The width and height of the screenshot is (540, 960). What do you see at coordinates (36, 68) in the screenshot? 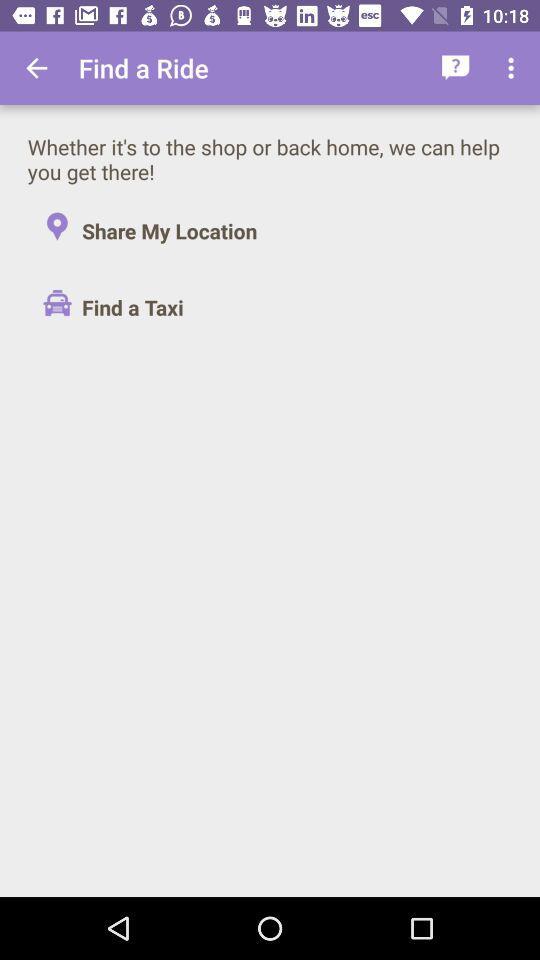
I see `the app next to the find a ride` at bounding box center [36, 68].